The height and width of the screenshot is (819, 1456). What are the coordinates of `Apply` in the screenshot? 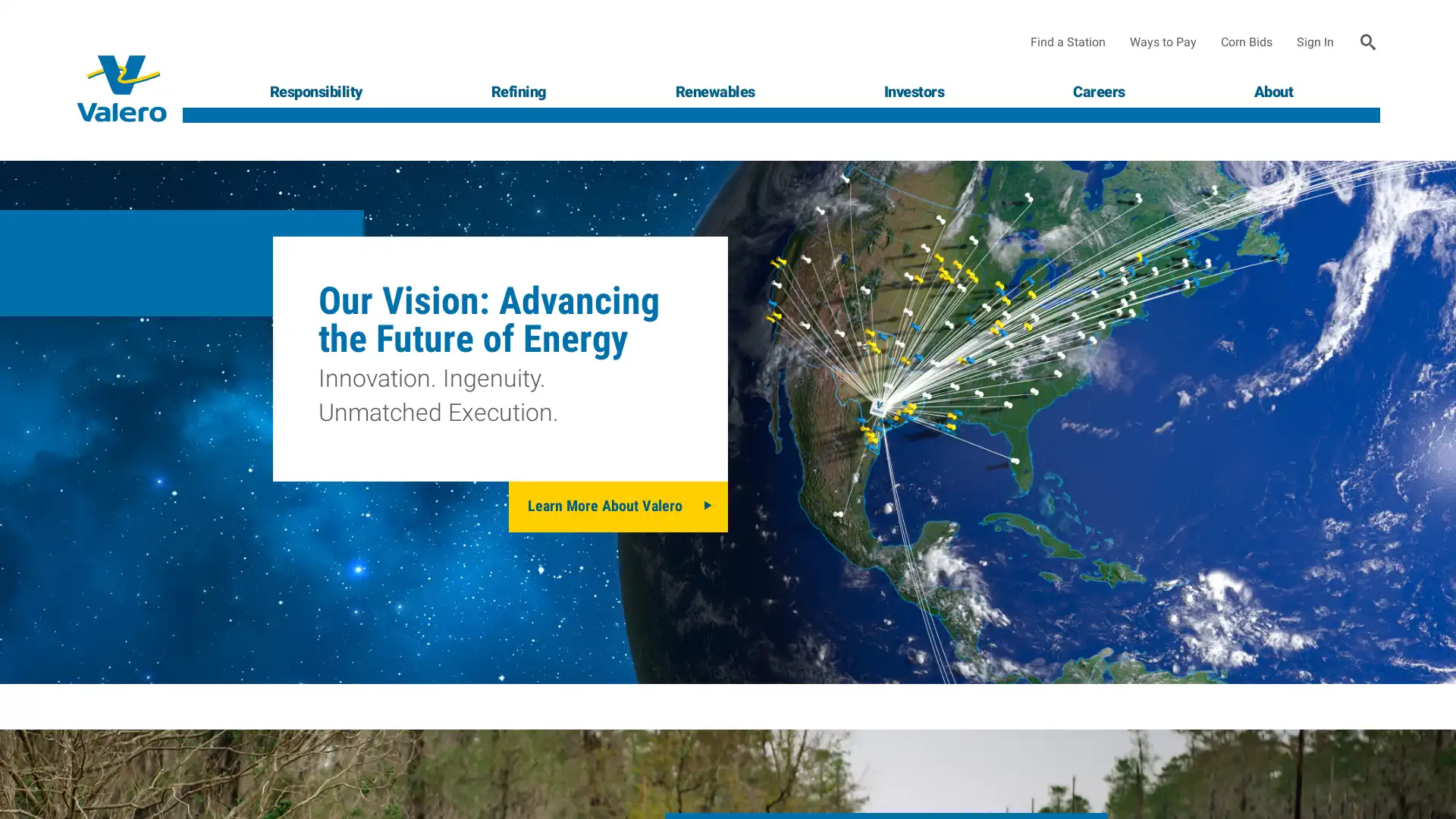 It's located at (1368, 42).